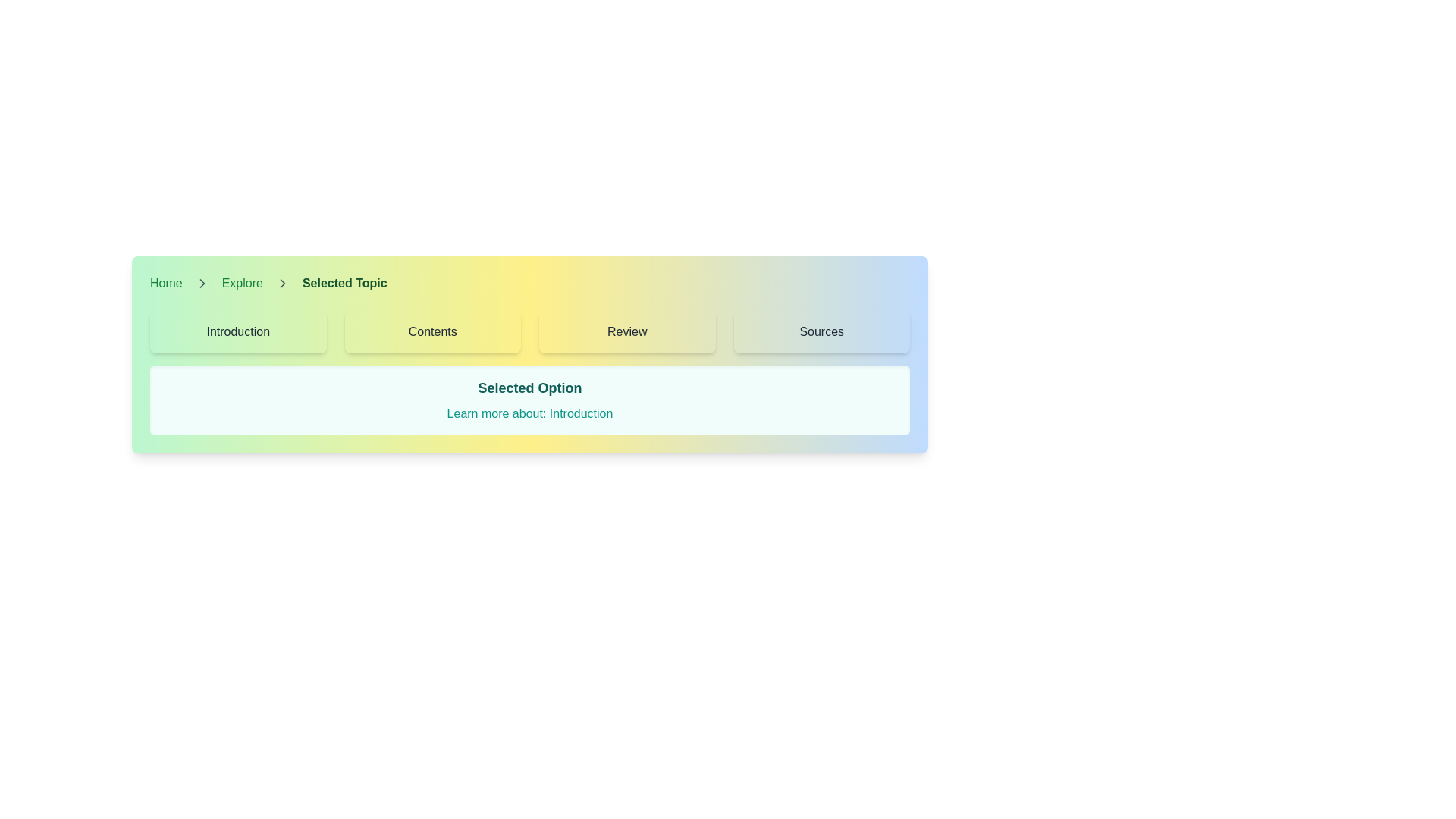 This screenshot has width=1456, height=819. I want to click on the text label reading 'Sources' within the rounded rectangular button located in the top-right segment of the interface, so click(821, 331).